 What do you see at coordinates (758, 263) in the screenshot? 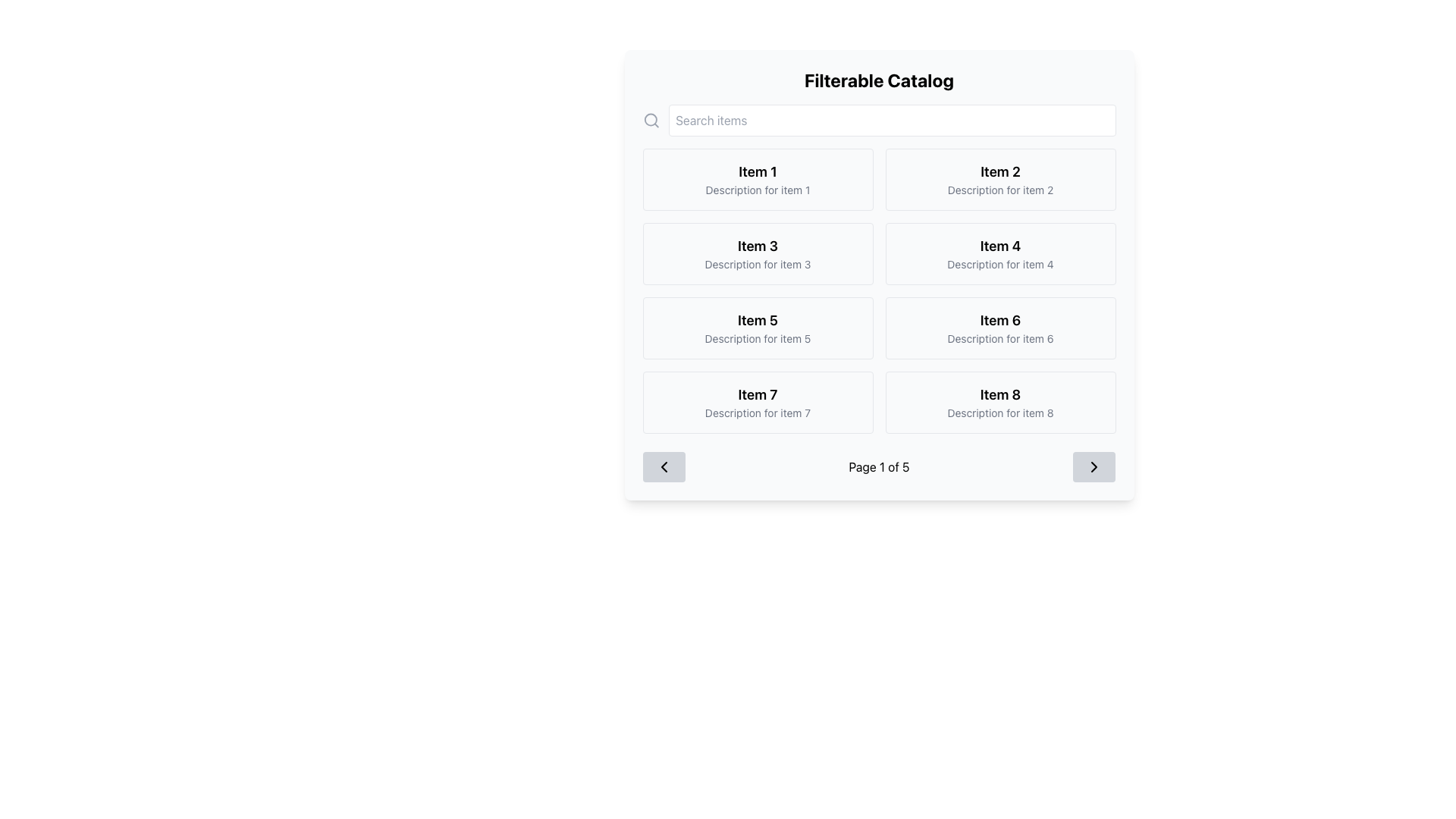
I see `the text label providing additional information associated with 'Item 3', located in the second row and first column of the grid layout` at bounding box center [758, 263].